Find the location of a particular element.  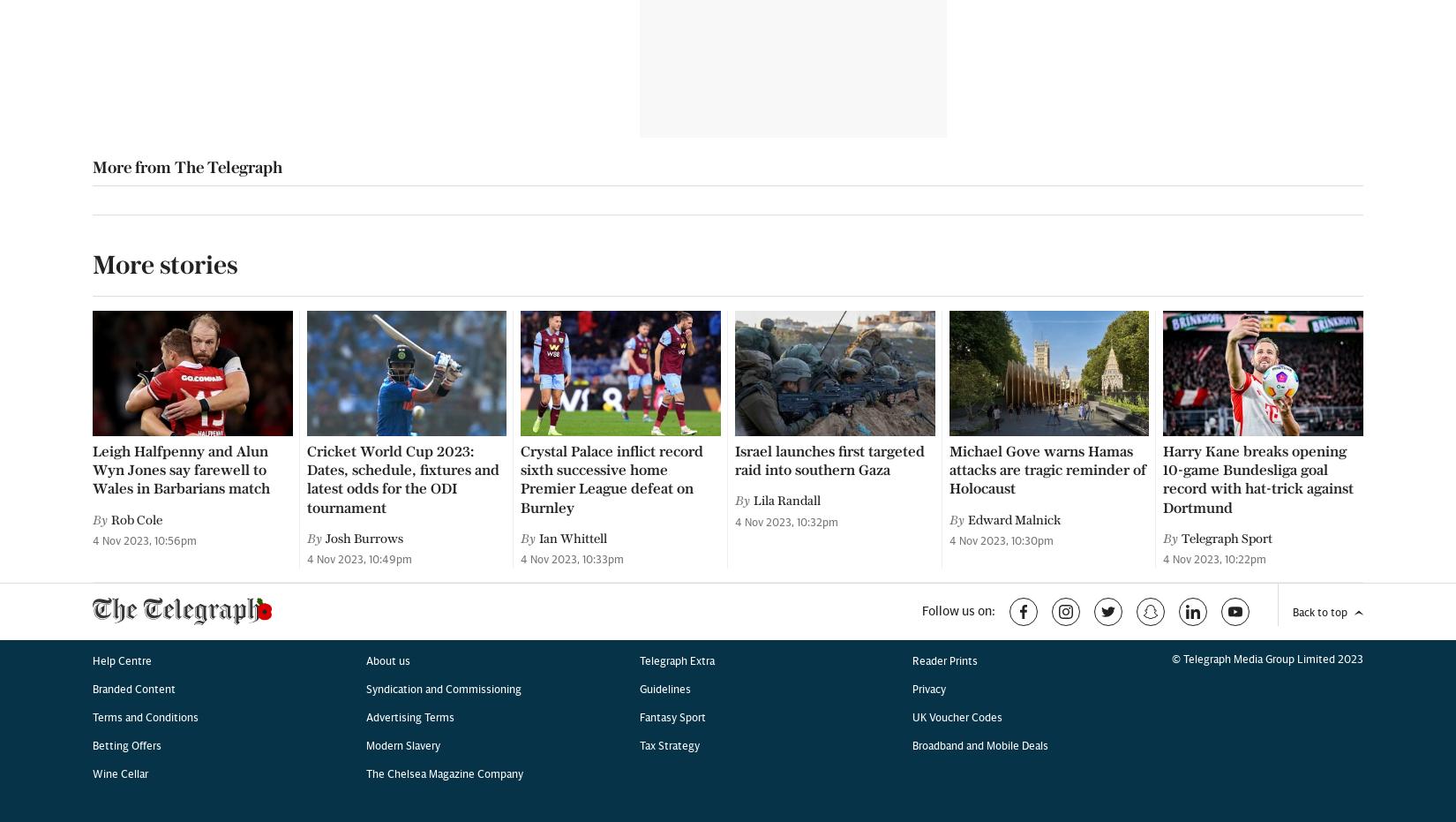

'Fantasy Sport' is located at coordinates (671, 41).